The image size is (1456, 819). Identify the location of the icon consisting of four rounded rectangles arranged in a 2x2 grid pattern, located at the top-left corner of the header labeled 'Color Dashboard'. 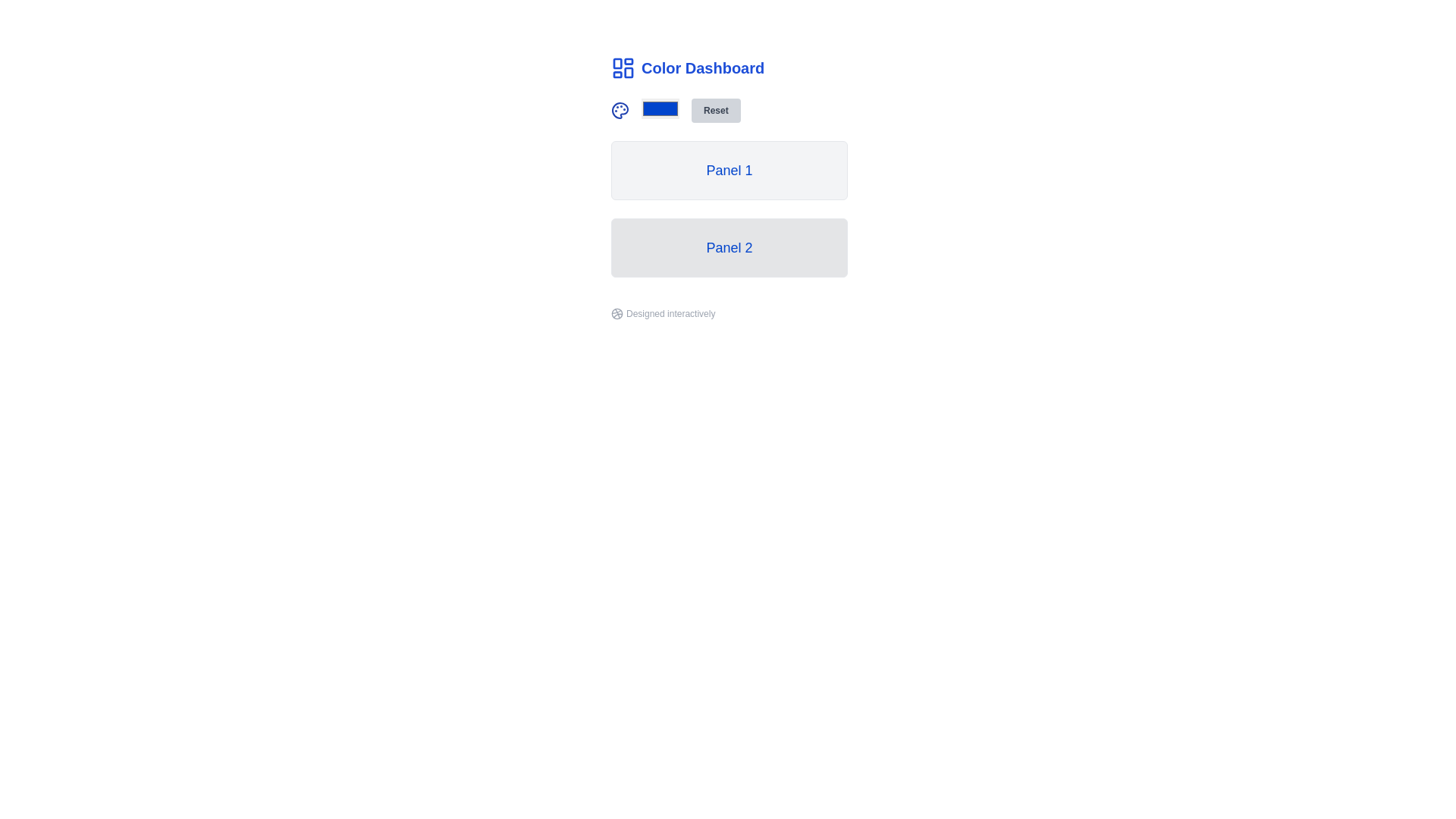
(623, 67).